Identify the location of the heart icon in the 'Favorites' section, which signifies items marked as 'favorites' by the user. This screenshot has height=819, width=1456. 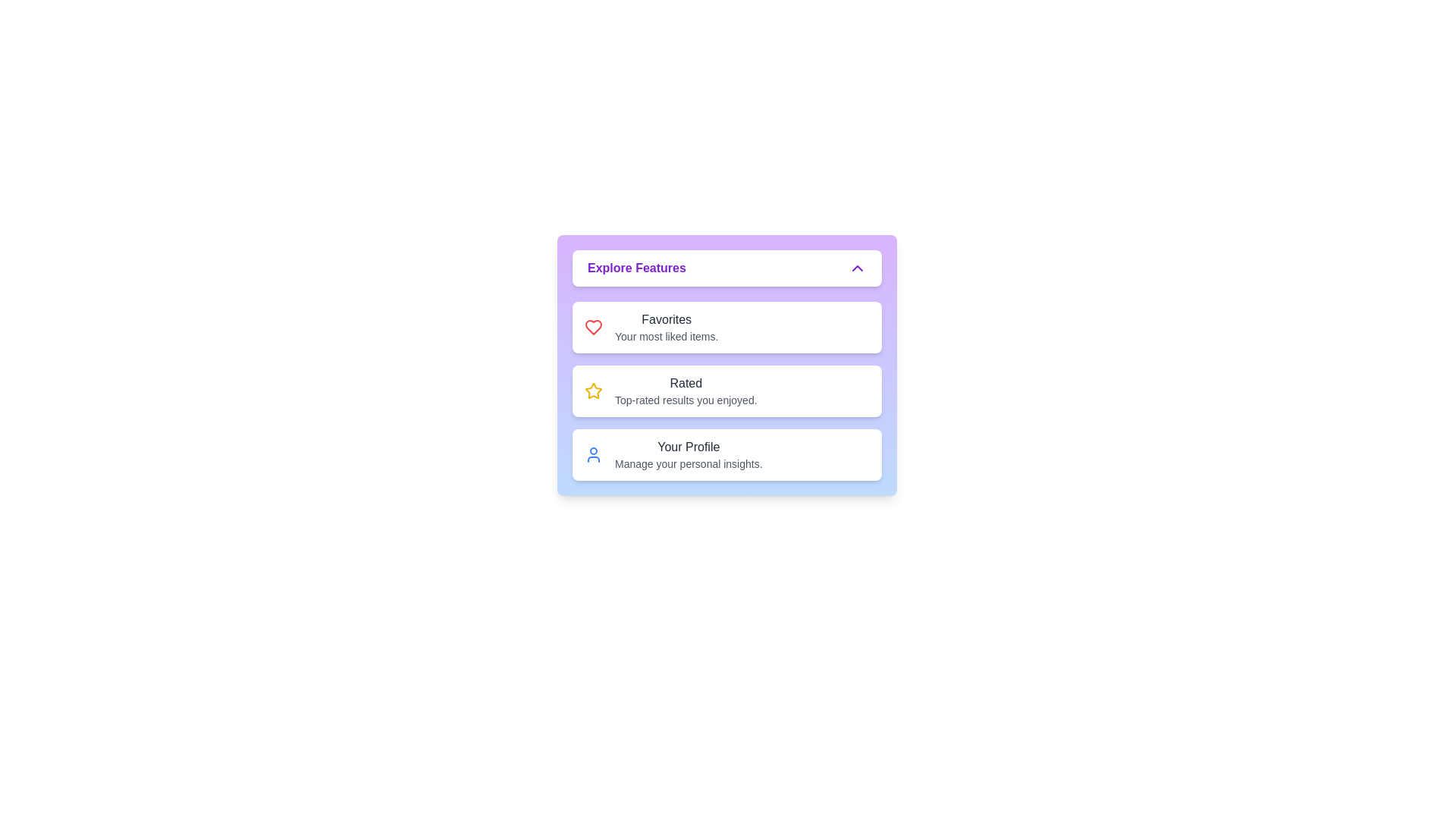
(592, 327).